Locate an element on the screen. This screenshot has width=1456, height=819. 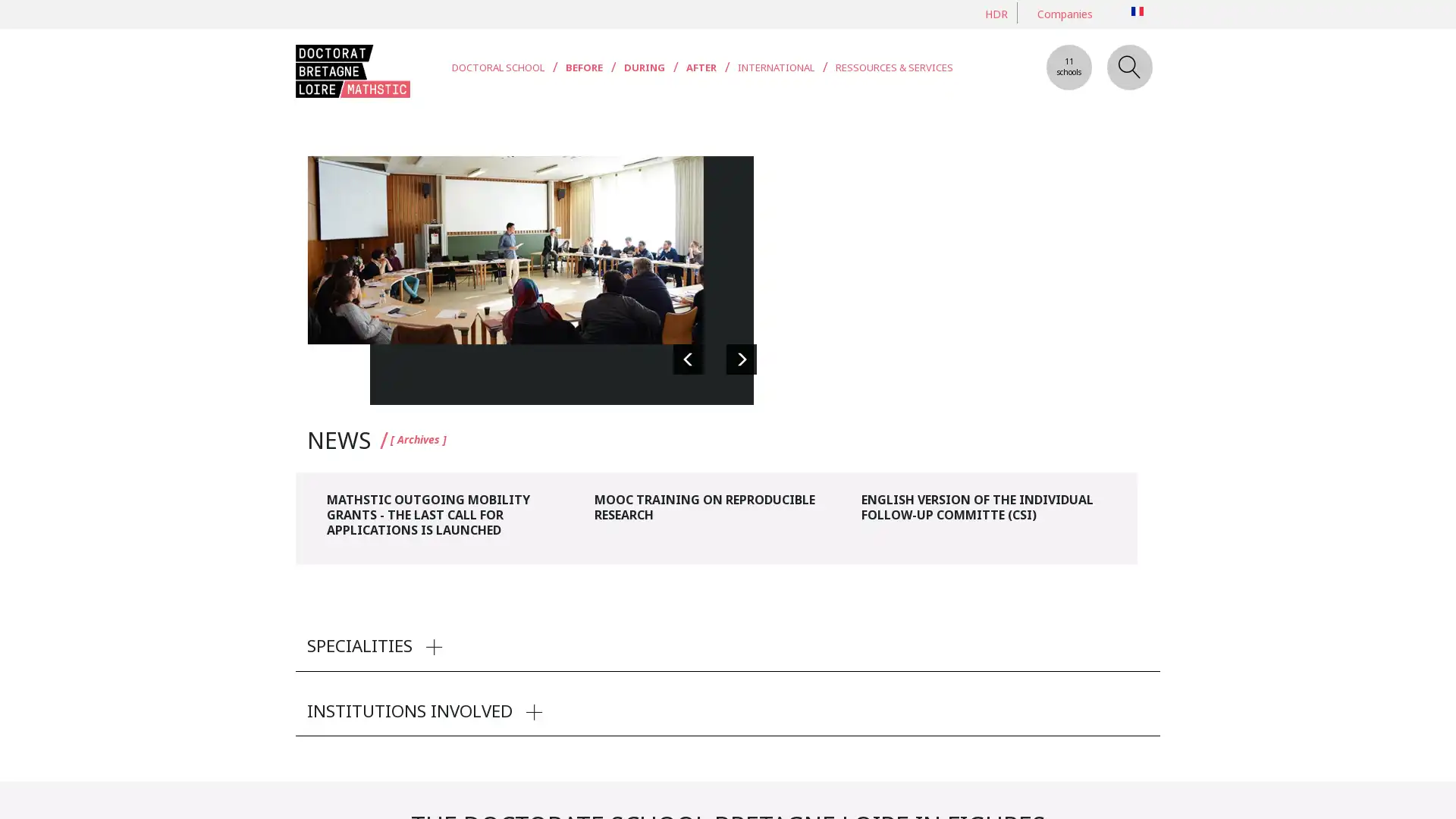
11 schools is located at coordinates (1068, 66).